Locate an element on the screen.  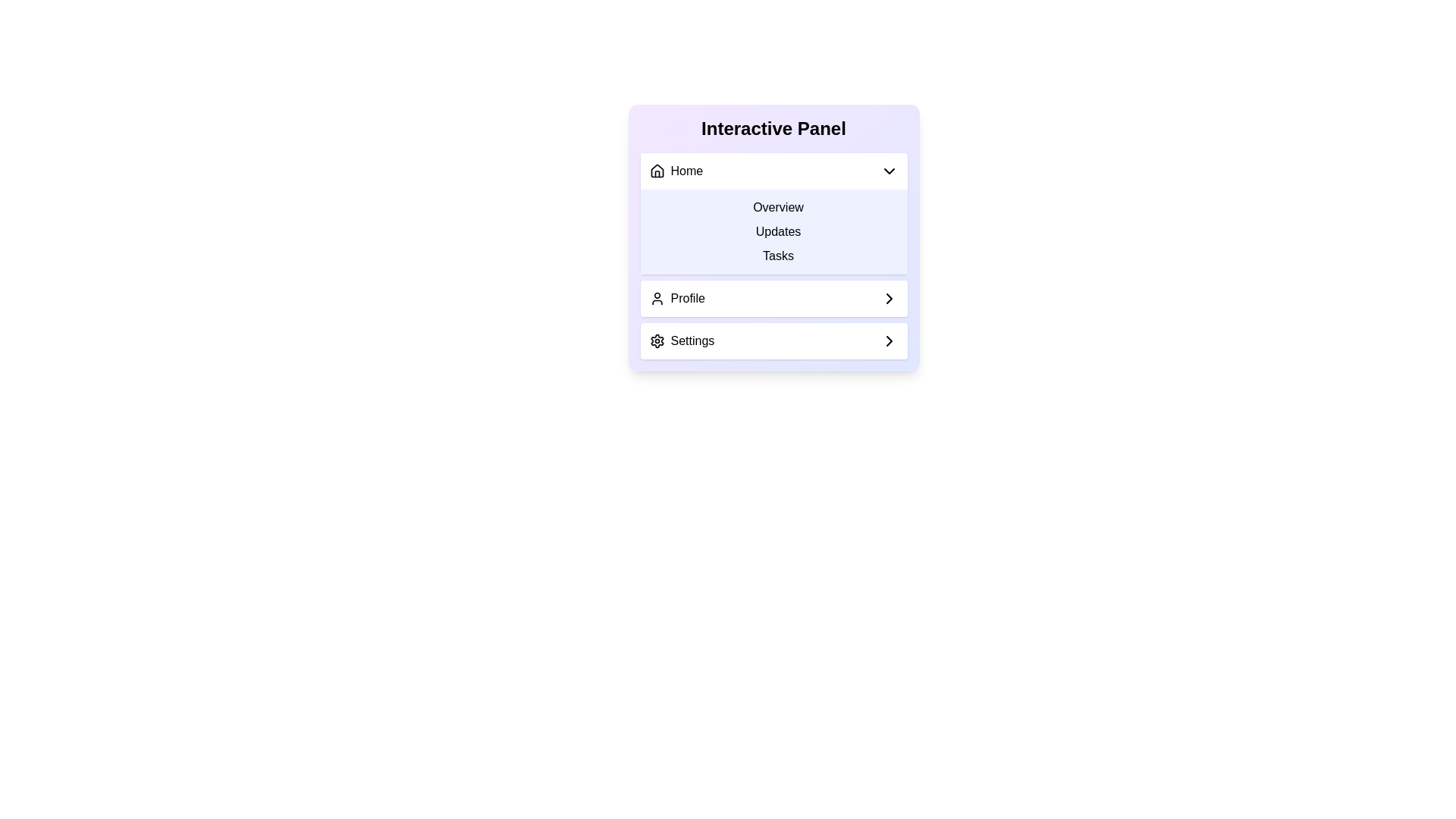
the 'Updates' button, which is the second item in the vertically aligned menu list, located below 'Overview' and above 'Tasks', styled with a light indigo background and changes color to indigo on hover is located at coordinates (778, 231).